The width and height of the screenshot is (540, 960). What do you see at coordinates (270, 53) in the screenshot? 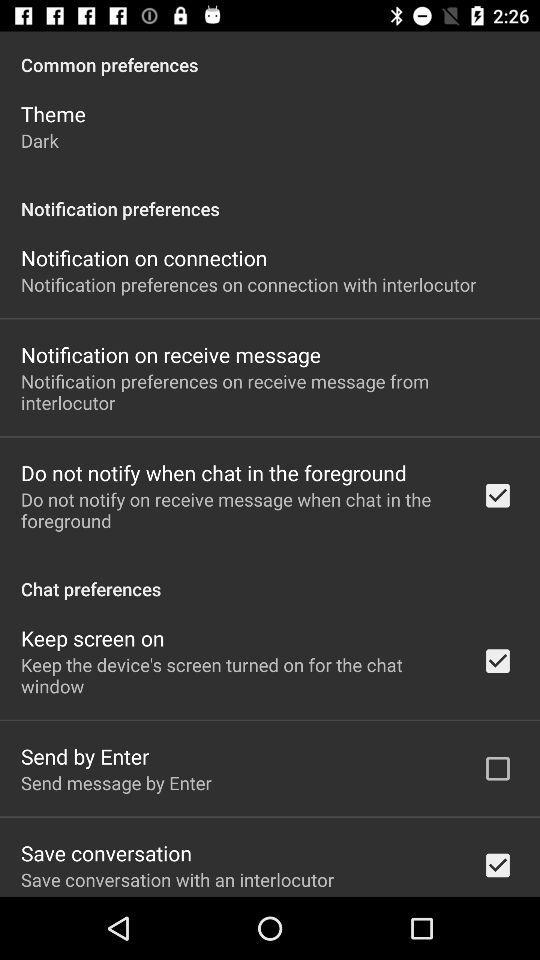
I see `item above theme app` at bounding box center [270, 53].